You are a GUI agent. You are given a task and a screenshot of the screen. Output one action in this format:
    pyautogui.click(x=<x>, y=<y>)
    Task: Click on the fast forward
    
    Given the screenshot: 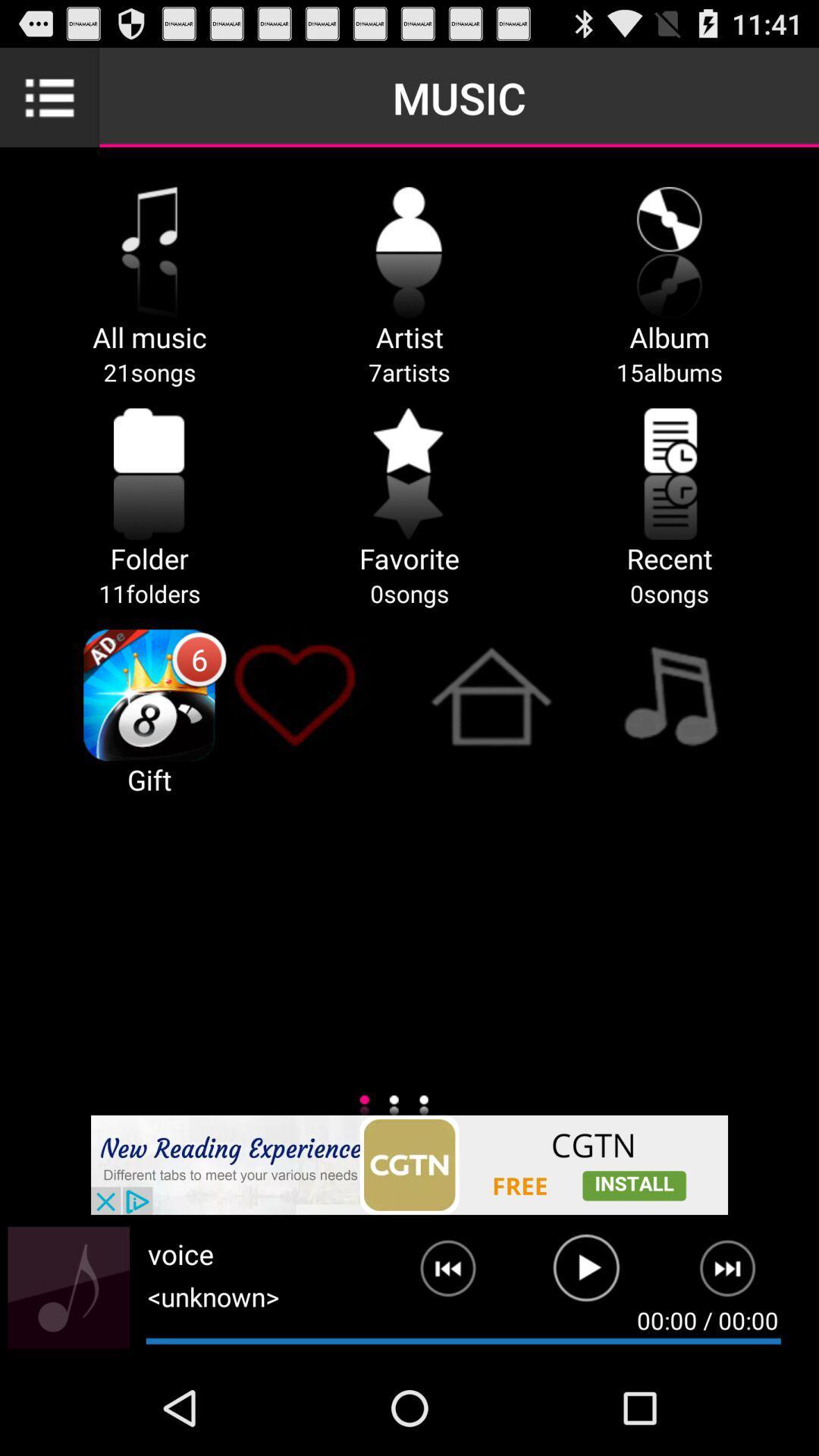 What is the action you would take?
    pyautogui.click(x=736, y=1274)
    